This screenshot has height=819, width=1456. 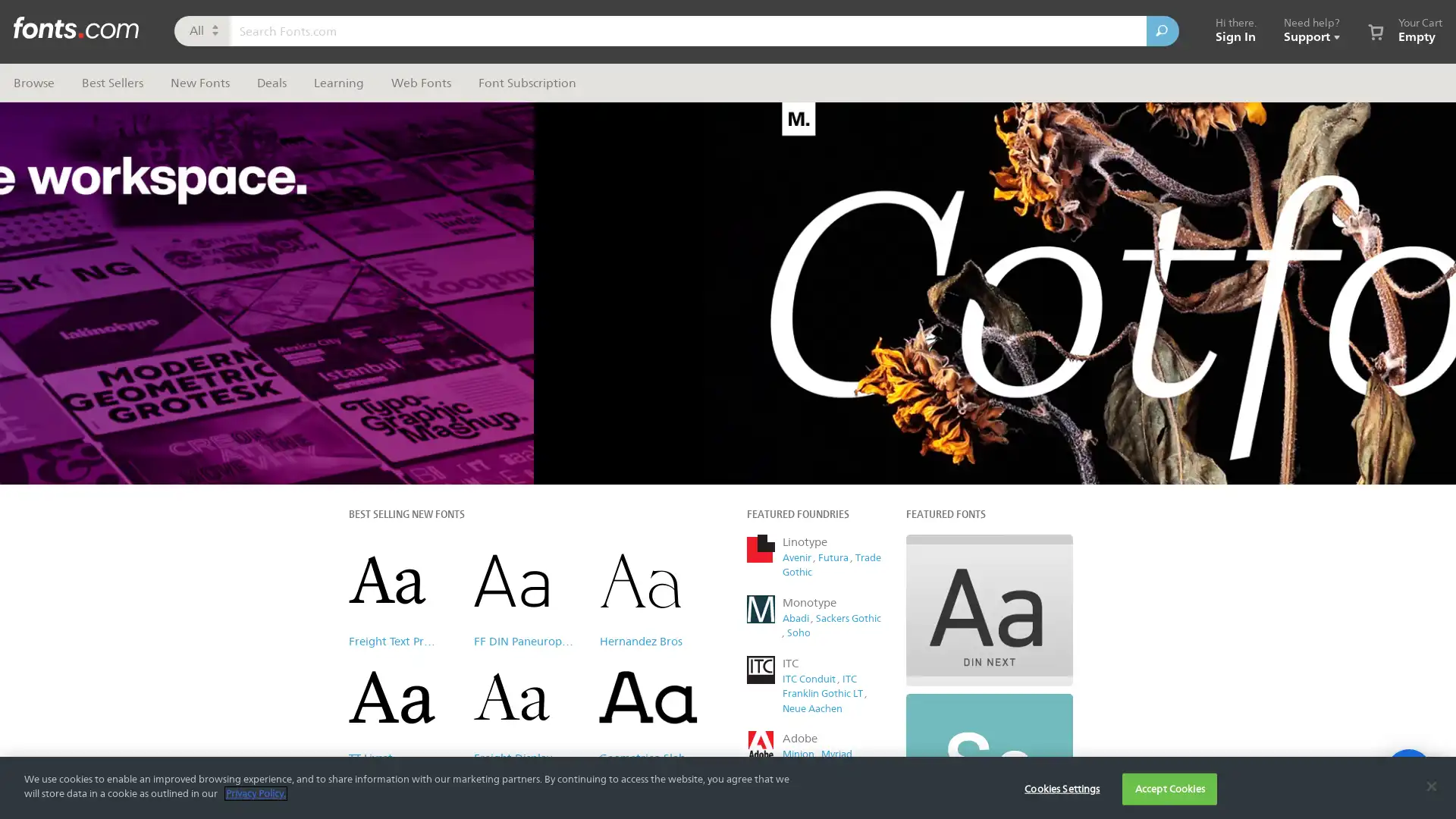 I want to click on Open Intercom Messenger, so click(x=1407, y=772).